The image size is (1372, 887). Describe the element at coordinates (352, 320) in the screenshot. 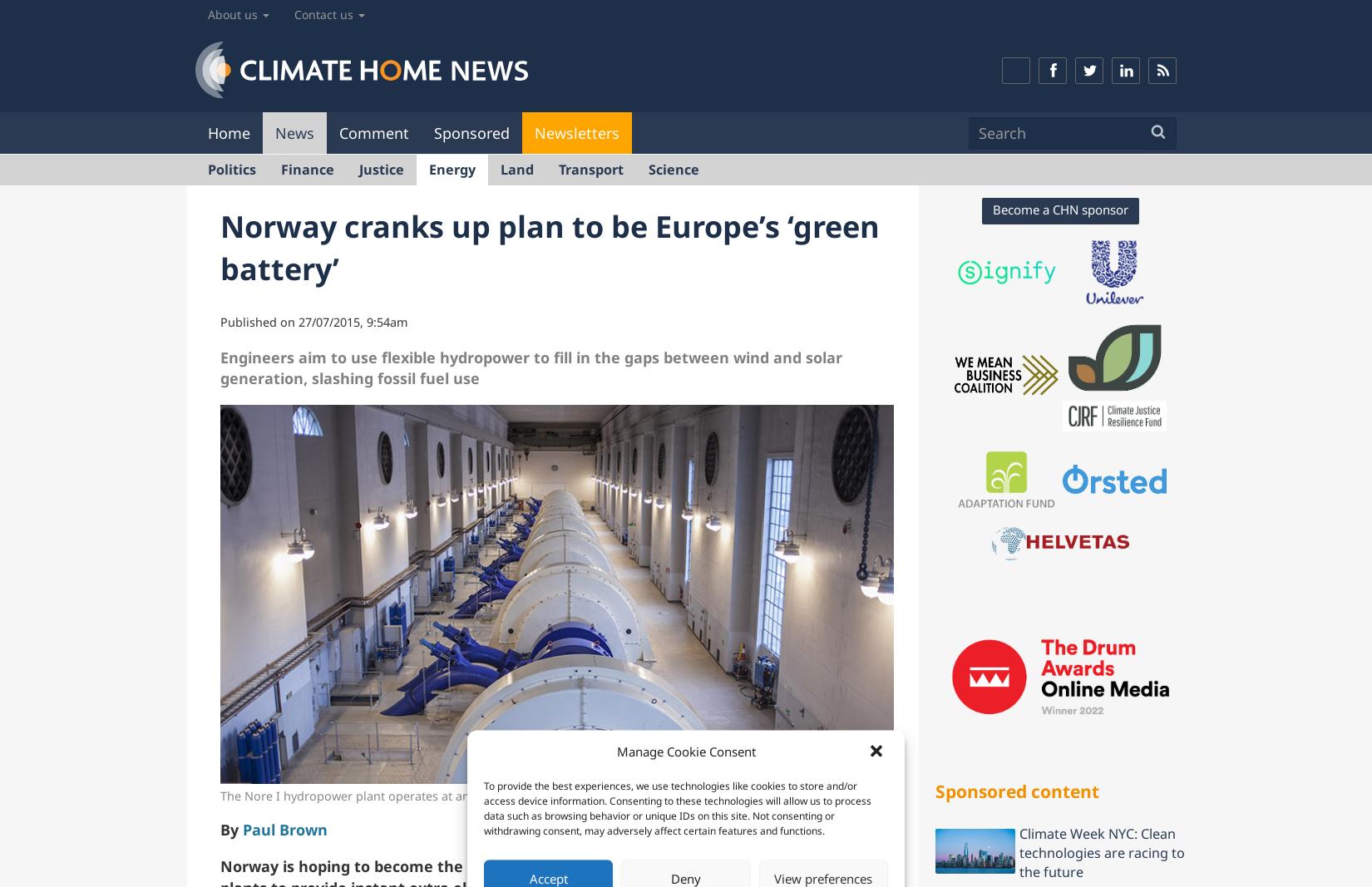

I see `'27/07/2015, 9:54am'` at that location.